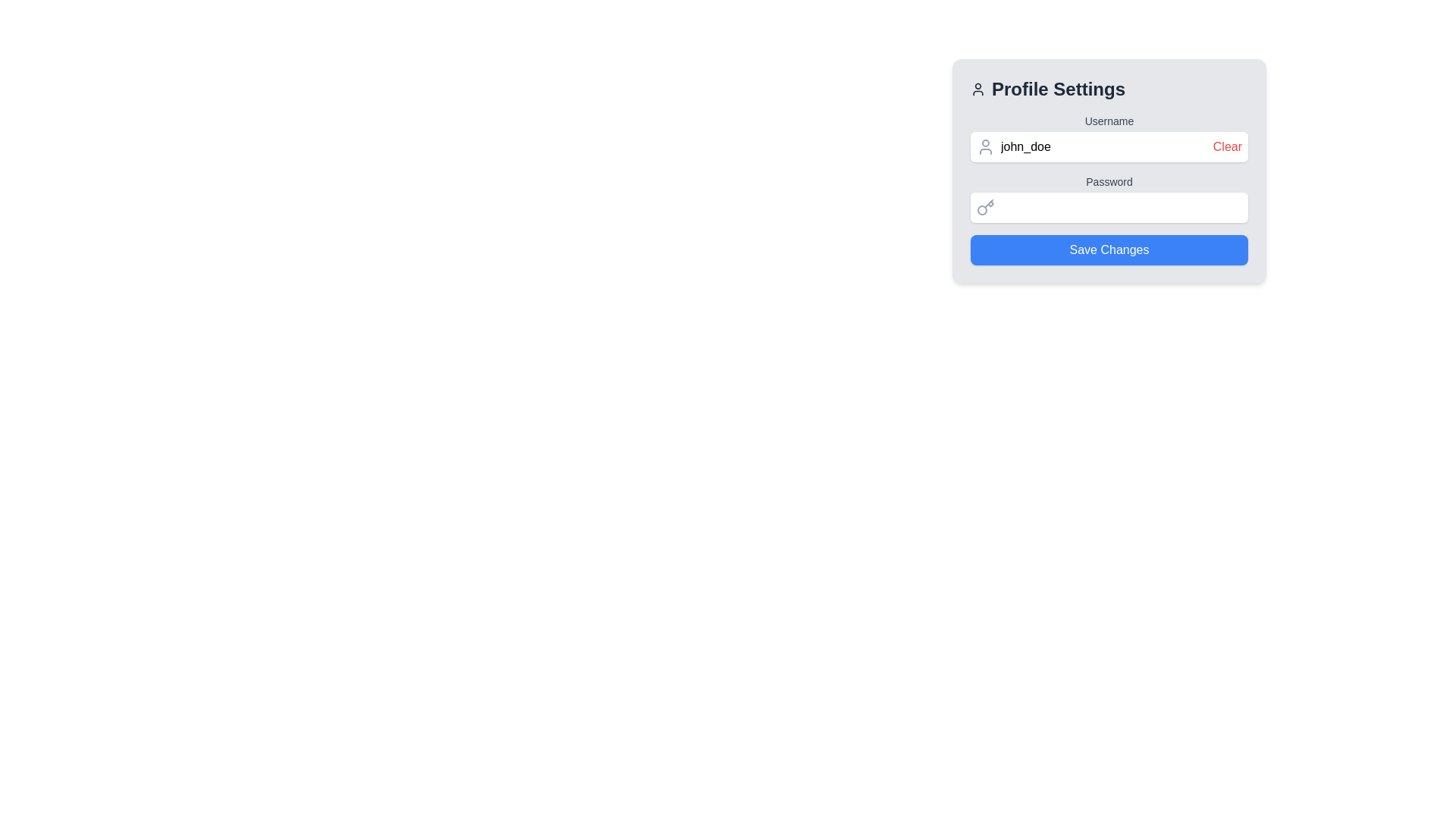 The image size is (1456, 819). What do you see at coordinates (978, 89) in the screenshot?
I see `the User Profile Indicator icon located to the left of the 'Profile Settings' text in the header of the profile settings interface` at bounding box center [978, 89].